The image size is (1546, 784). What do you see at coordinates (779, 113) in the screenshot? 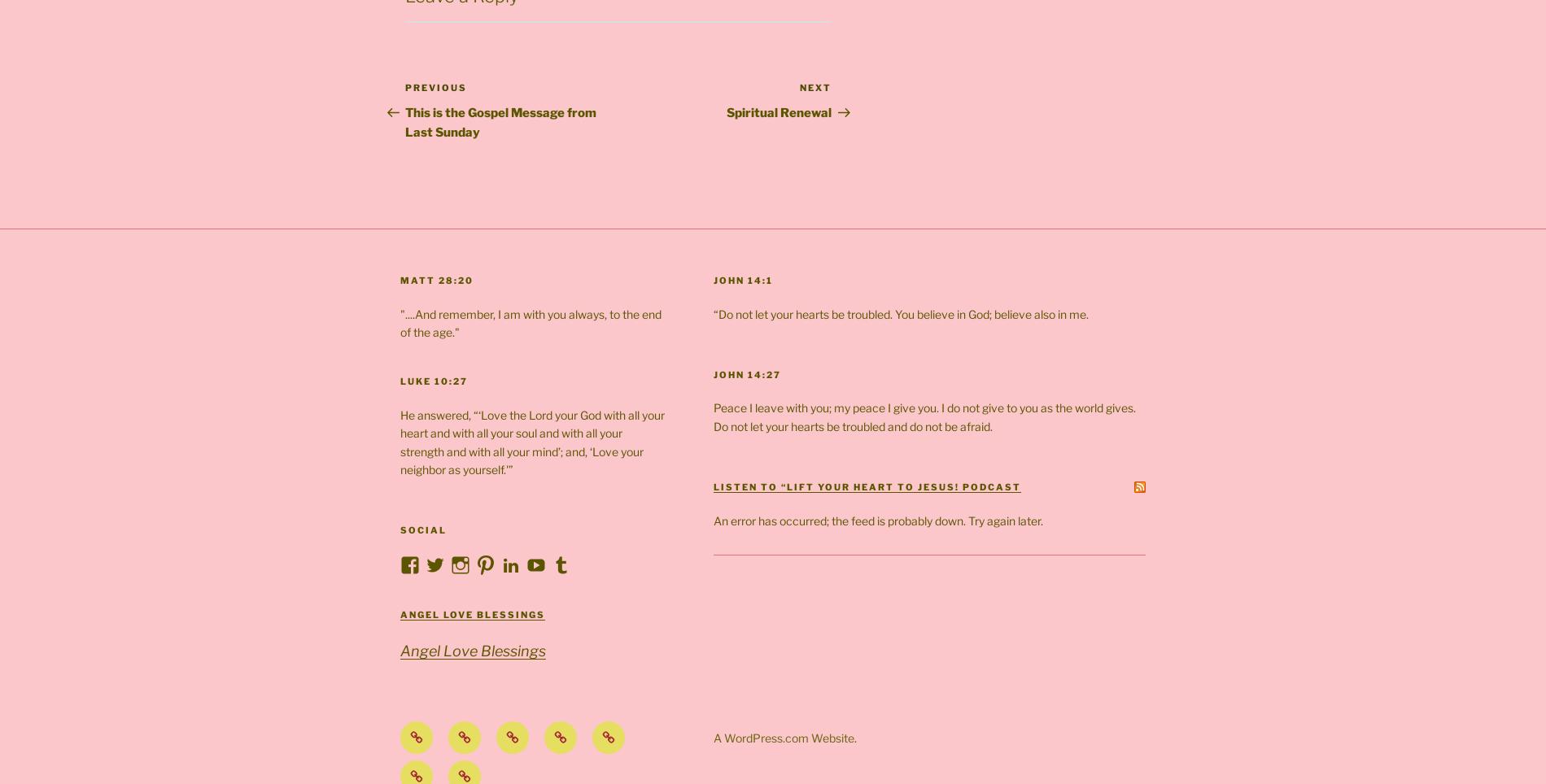
I see `'Spiritual Renewal'` at bounding box center [779, 113].